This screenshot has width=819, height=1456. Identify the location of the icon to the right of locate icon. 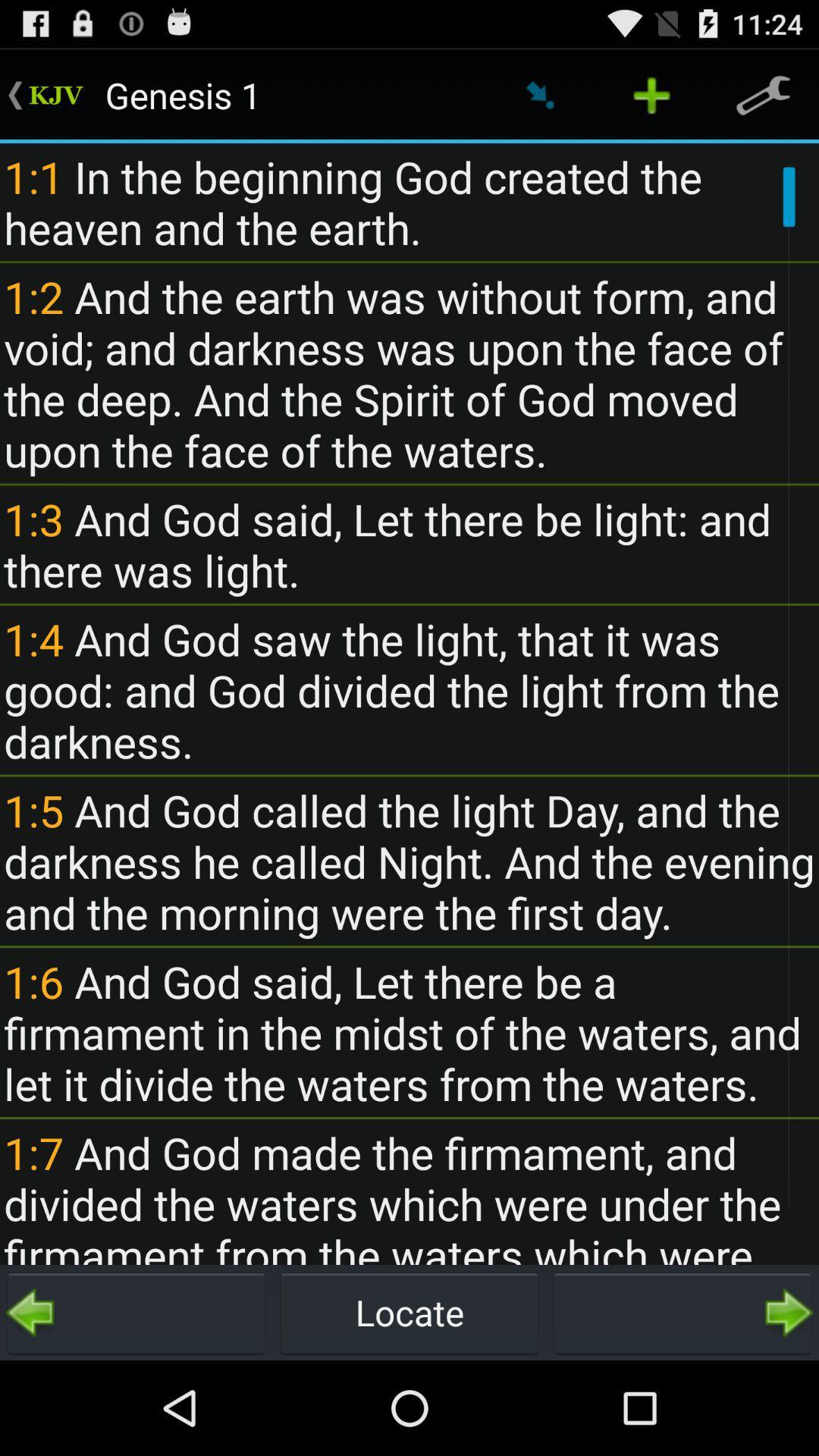
(681, 1312).